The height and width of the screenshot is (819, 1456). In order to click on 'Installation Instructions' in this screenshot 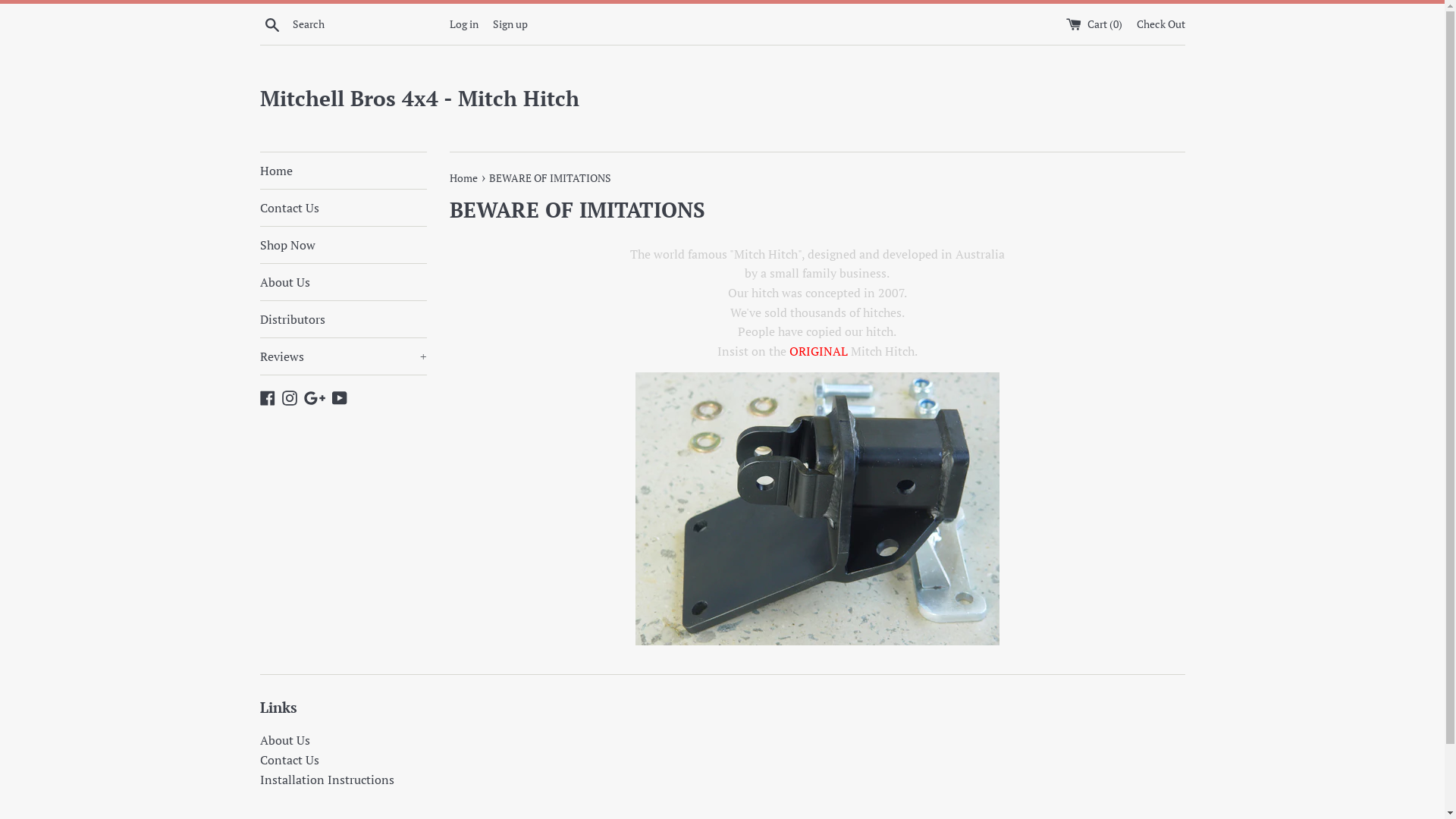, I will do `click(325, 780)`.